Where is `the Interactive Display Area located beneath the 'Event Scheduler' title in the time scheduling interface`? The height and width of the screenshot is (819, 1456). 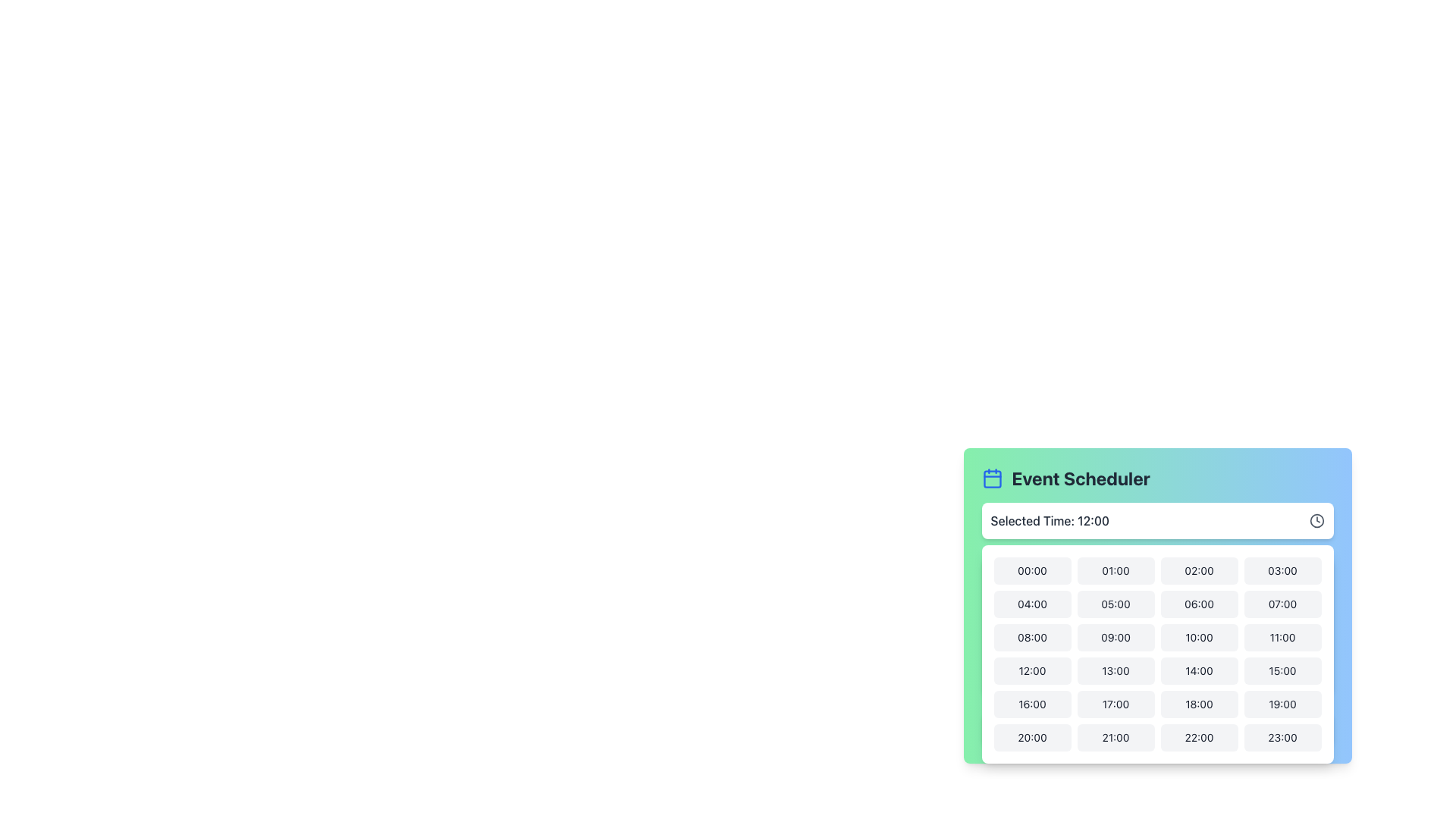
the Interactive Display Area located beneath the 'Event Scheduler' title in the time scheduling interface is located at coordinates (1156, 519).